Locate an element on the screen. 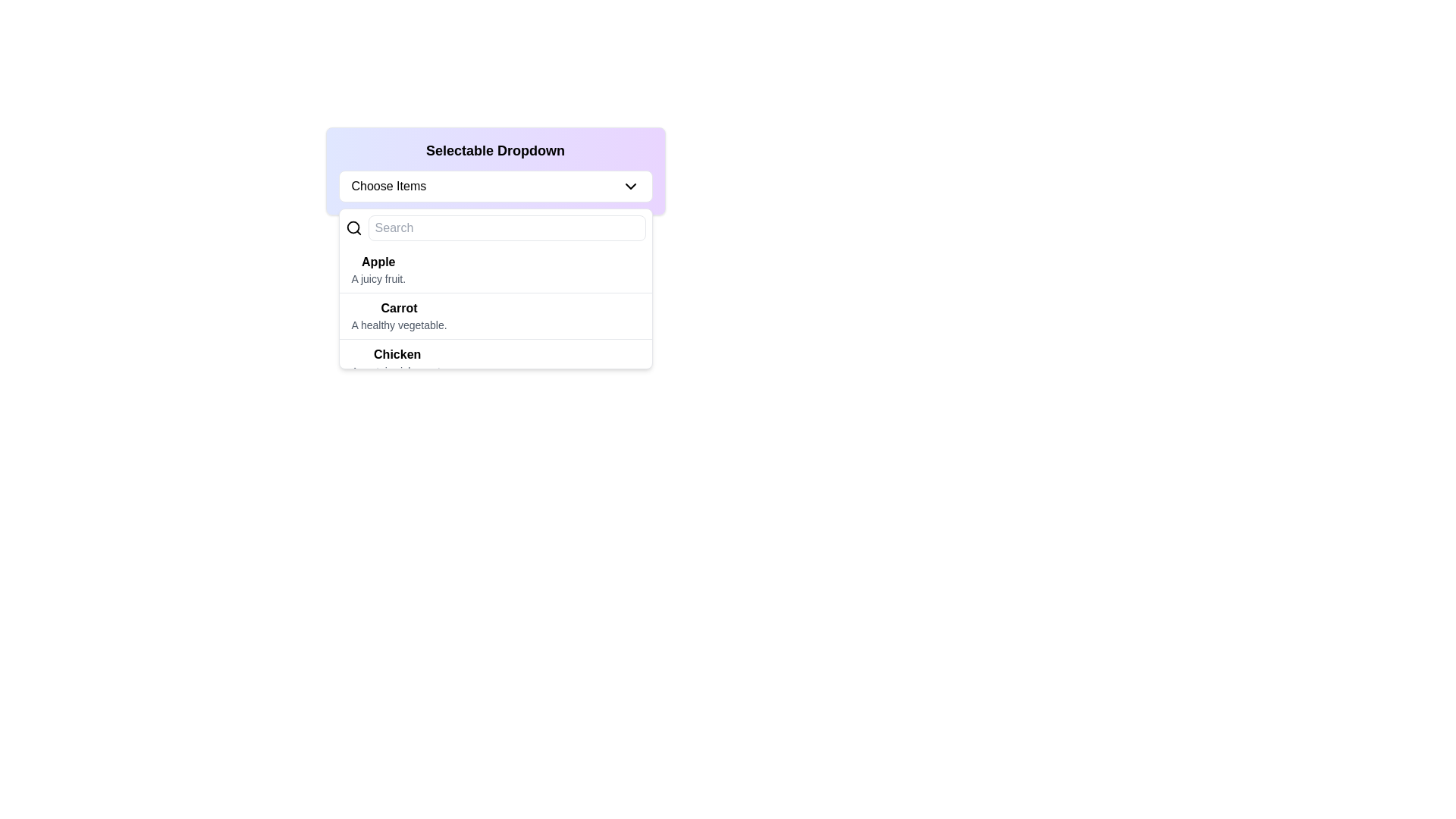 The height and width of the screenshot is (819, 1456). the second item in the 'Selectable Dropdown' list, which displays 'Carrot' is located at coordinates (495, 315).